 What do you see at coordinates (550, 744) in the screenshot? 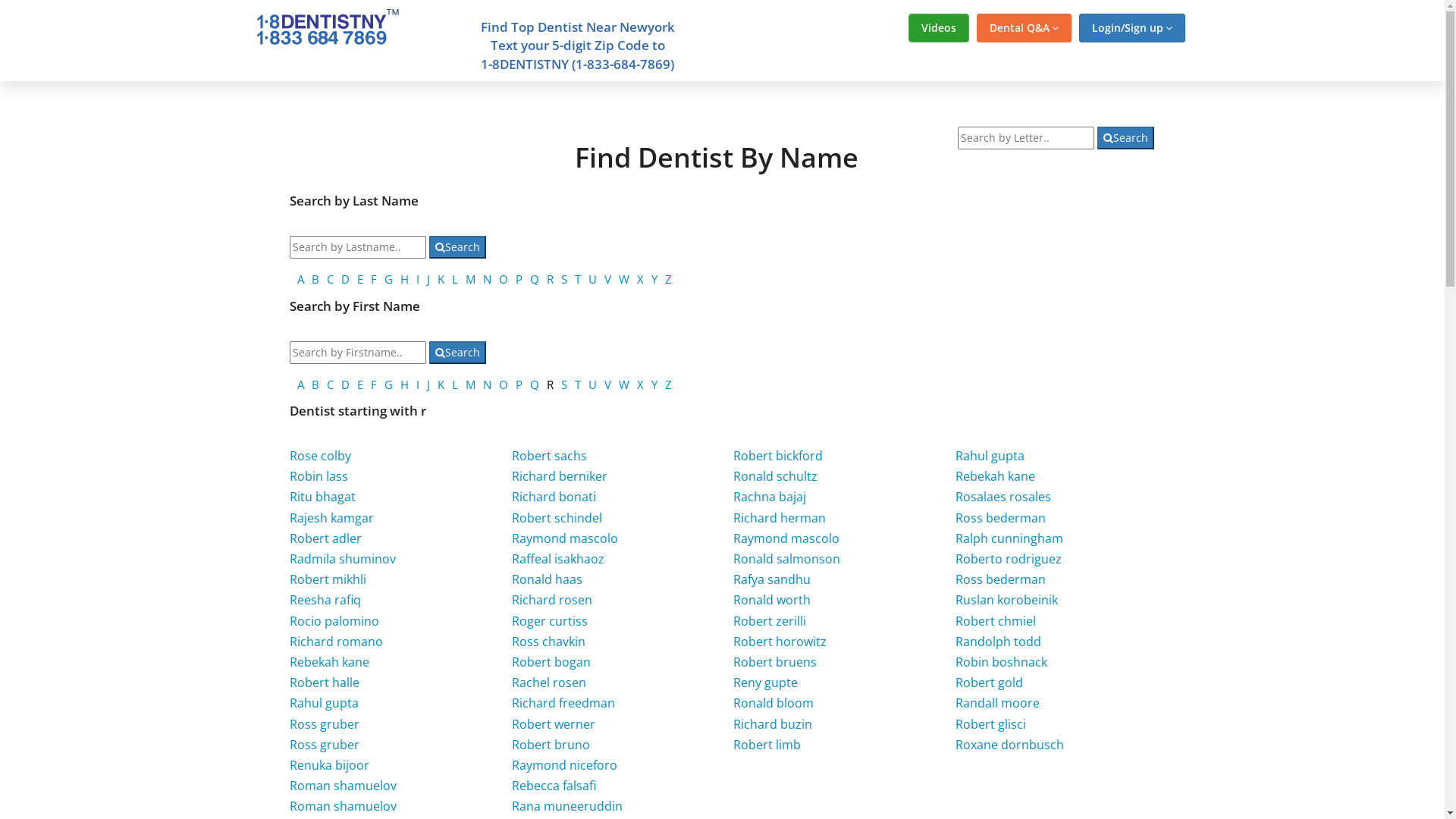
I see `'Robert bruno'` at bounding box center [550, 744].